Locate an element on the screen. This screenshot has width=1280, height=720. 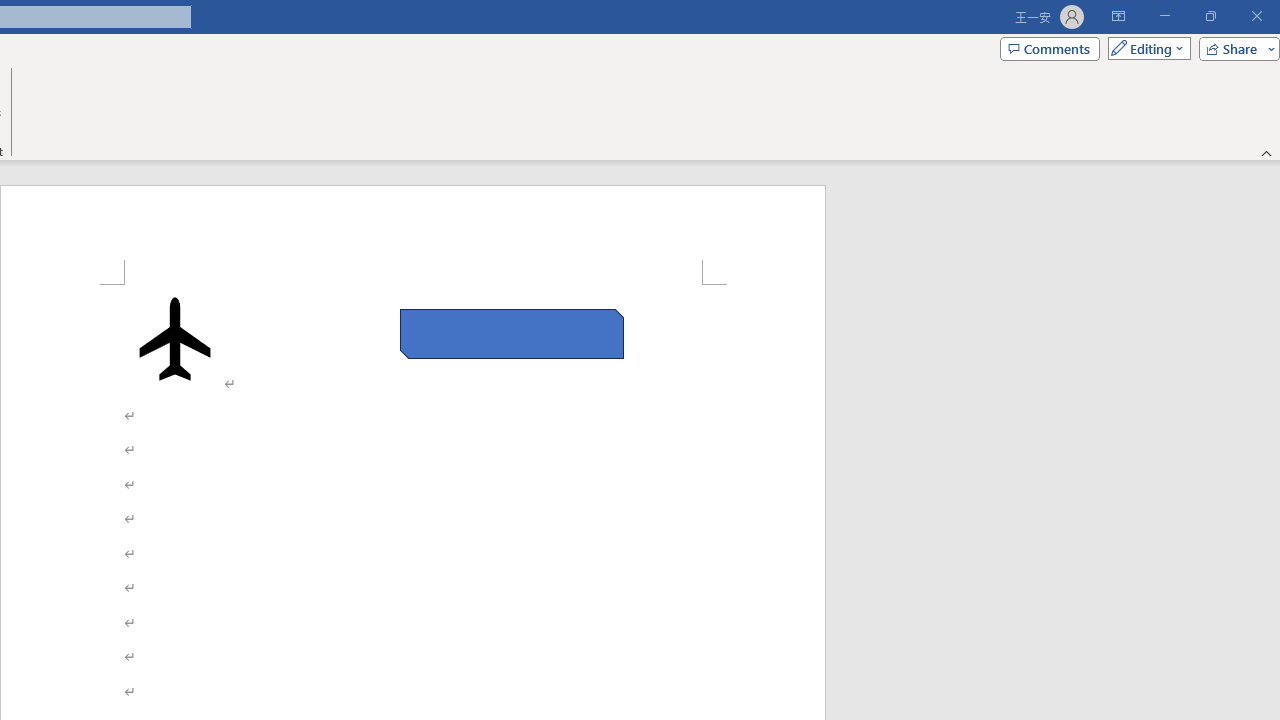
'Editing' is located at coordinates (1144, 47).